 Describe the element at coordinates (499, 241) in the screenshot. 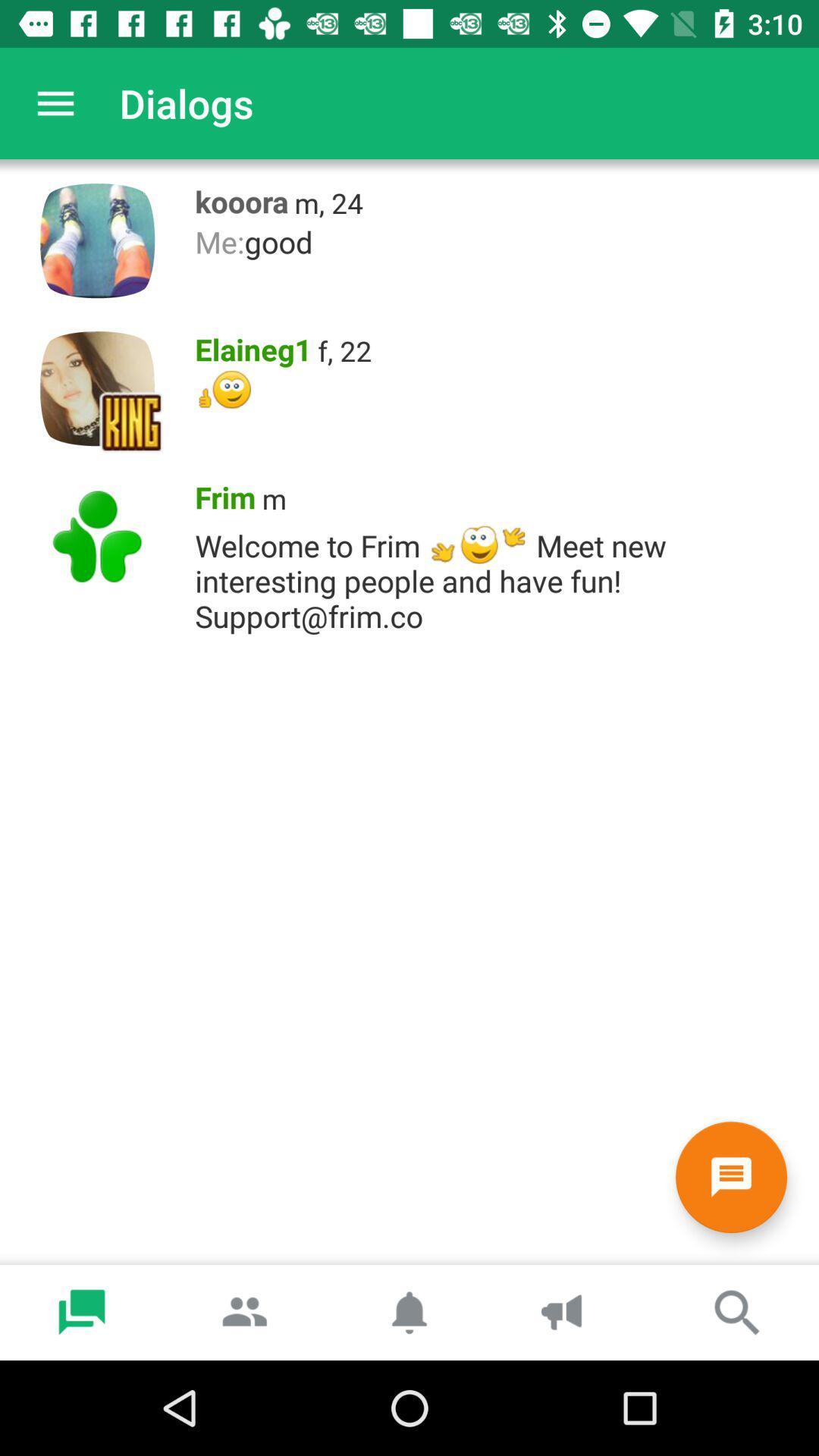

I see `item above the elaineg1 icon` at that location.